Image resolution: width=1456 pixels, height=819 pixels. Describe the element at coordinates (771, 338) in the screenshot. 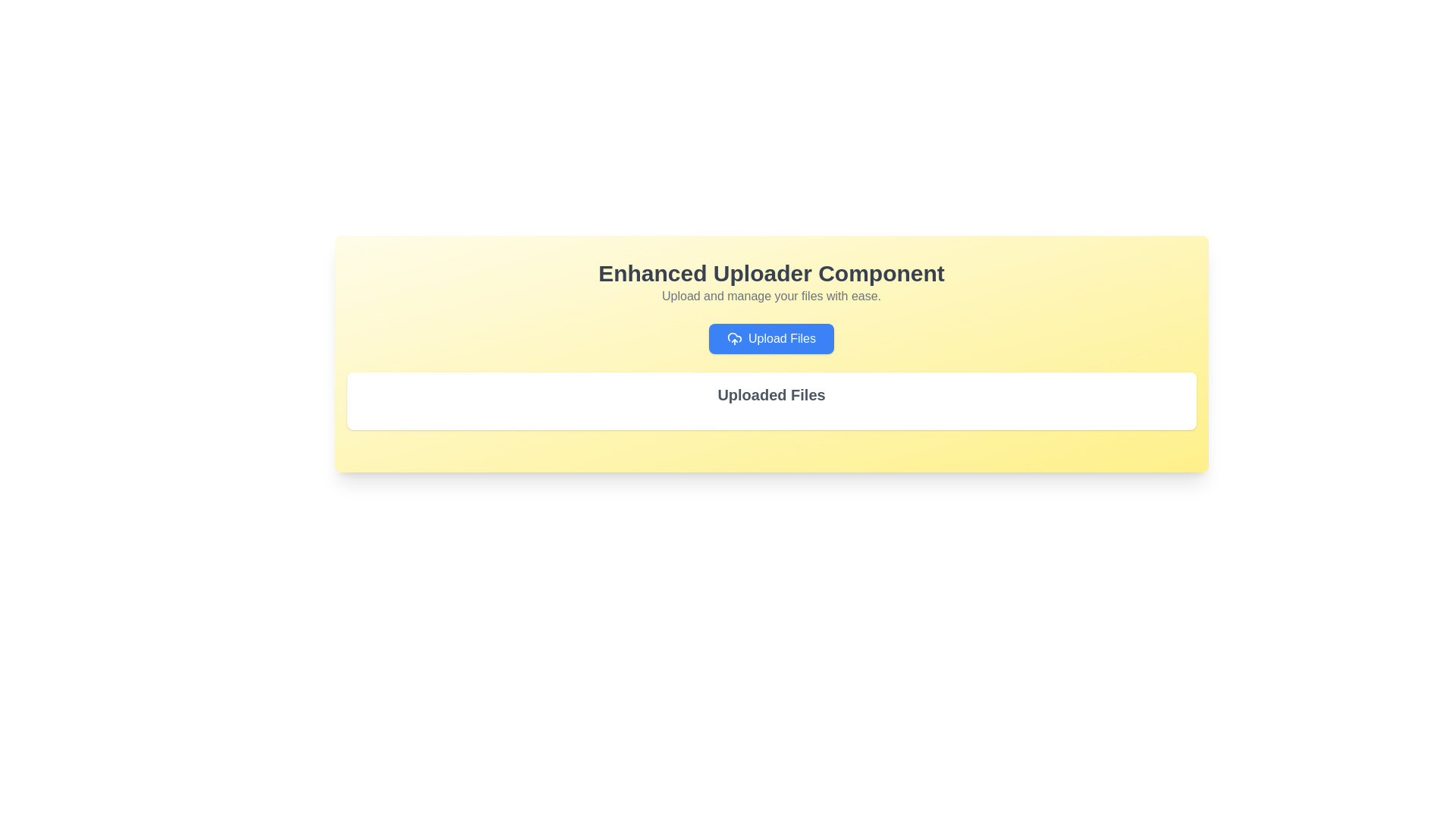

I see `the upload button located centrally in the upload module` at that location.